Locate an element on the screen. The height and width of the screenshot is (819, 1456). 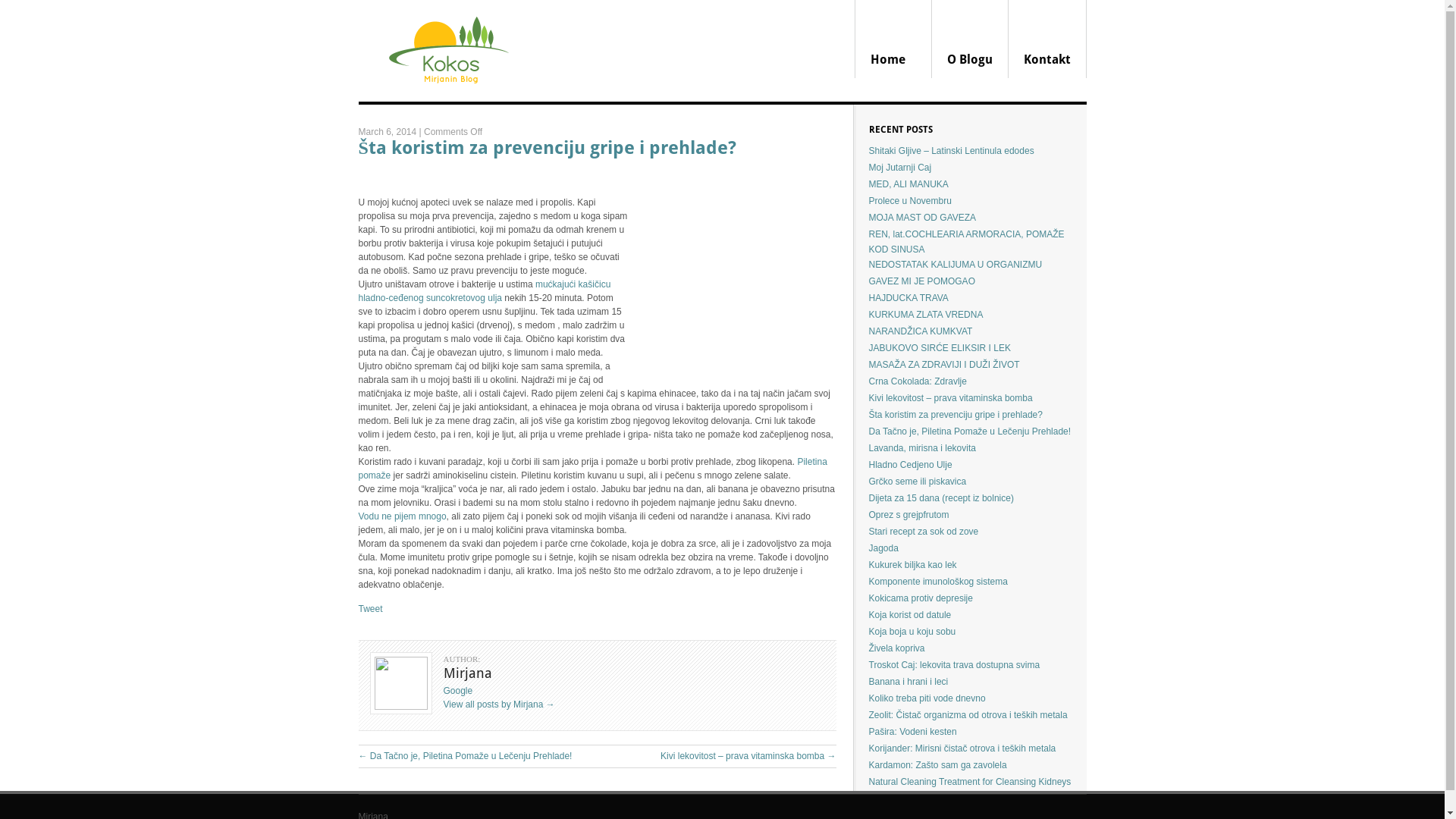
'Stari recept za sok od zove' is located at coordinates (923, 531).